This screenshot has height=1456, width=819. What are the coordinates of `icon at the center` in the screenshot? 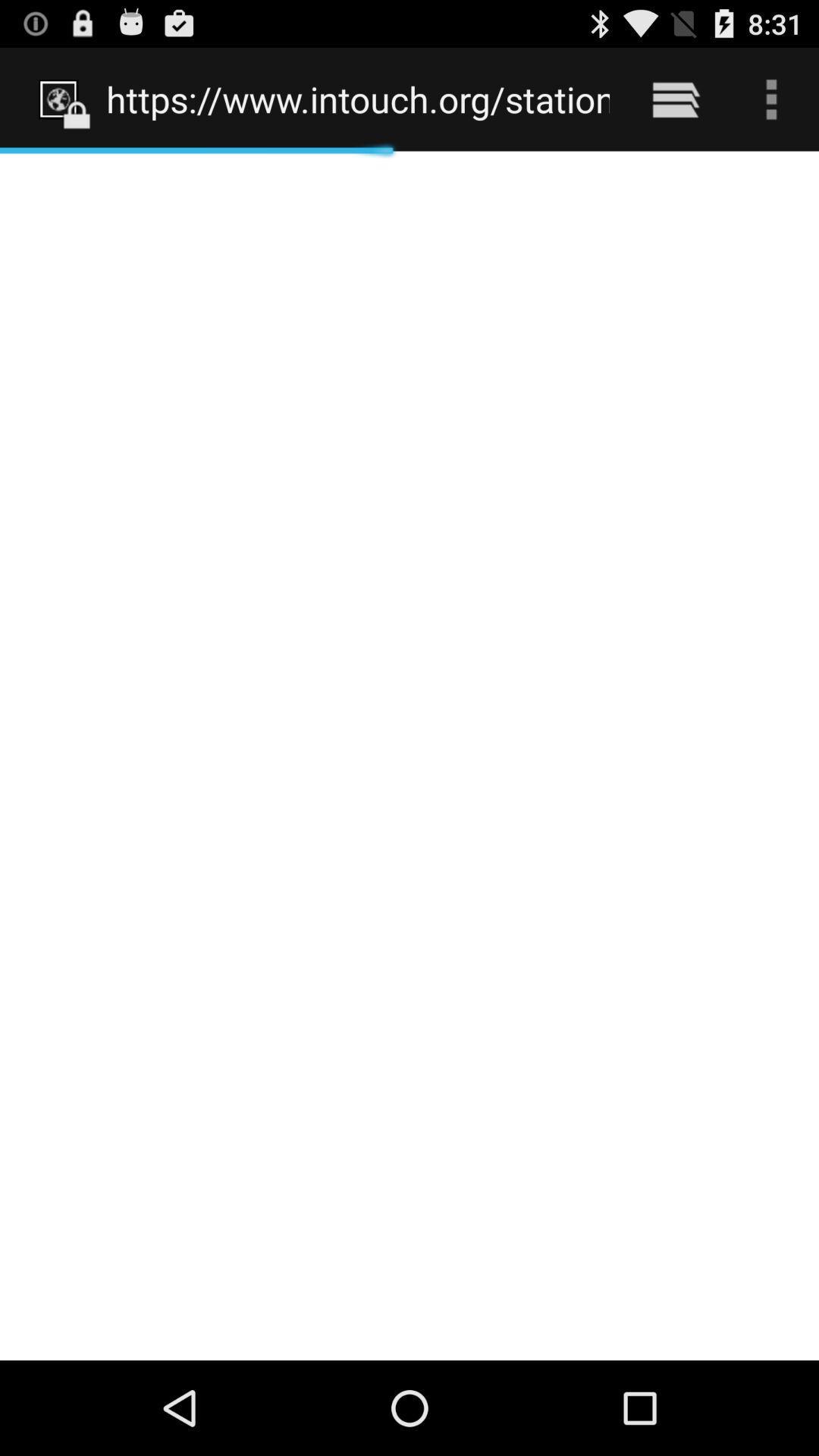 It's located at (409, 755).